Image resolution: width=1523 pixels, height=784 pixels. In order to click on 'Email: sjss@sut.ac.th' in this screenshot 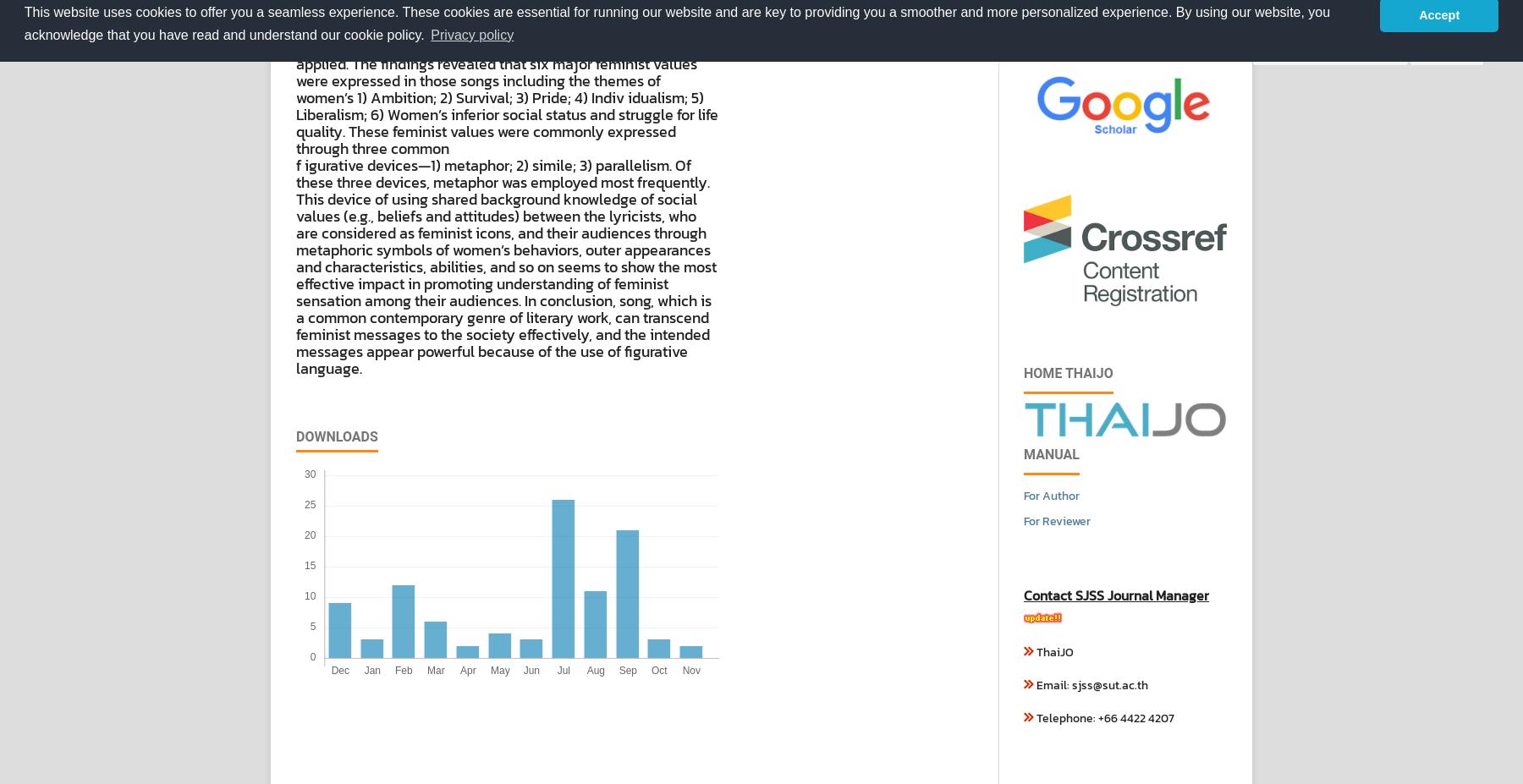, I will do `click(1091, 685)`.